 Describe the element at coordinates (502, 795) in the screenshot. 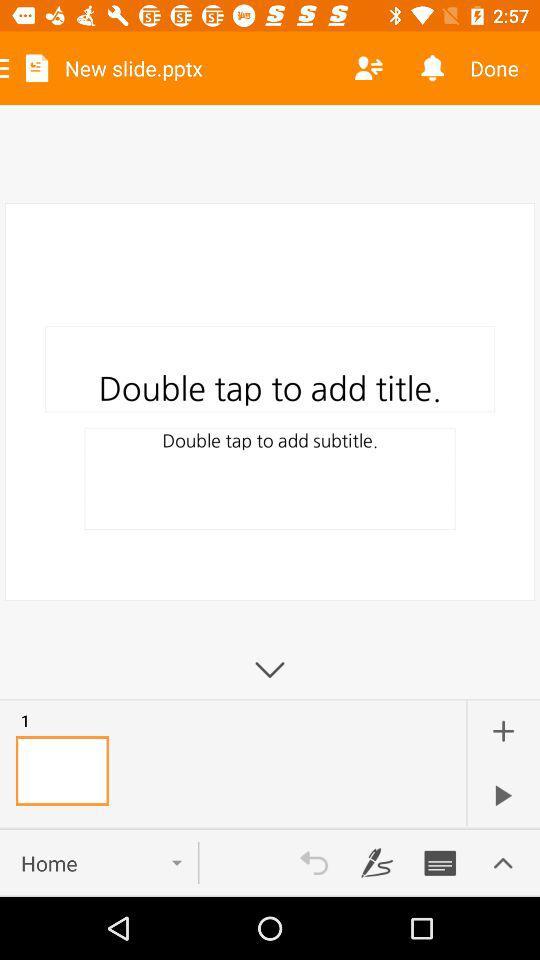

I see `button` at that location.